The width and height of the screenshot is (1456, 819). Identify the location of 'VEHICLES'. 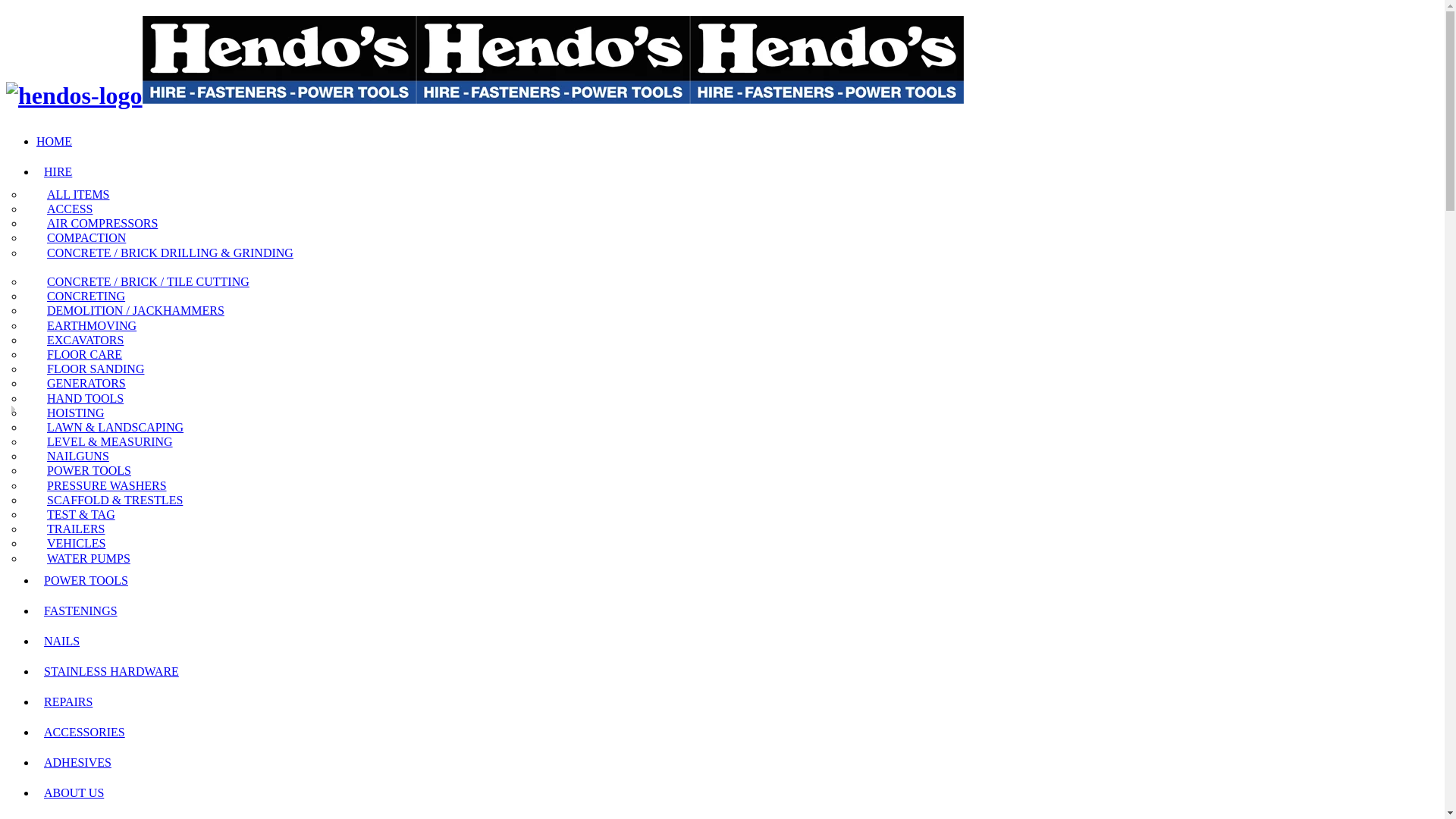
(71, 542).